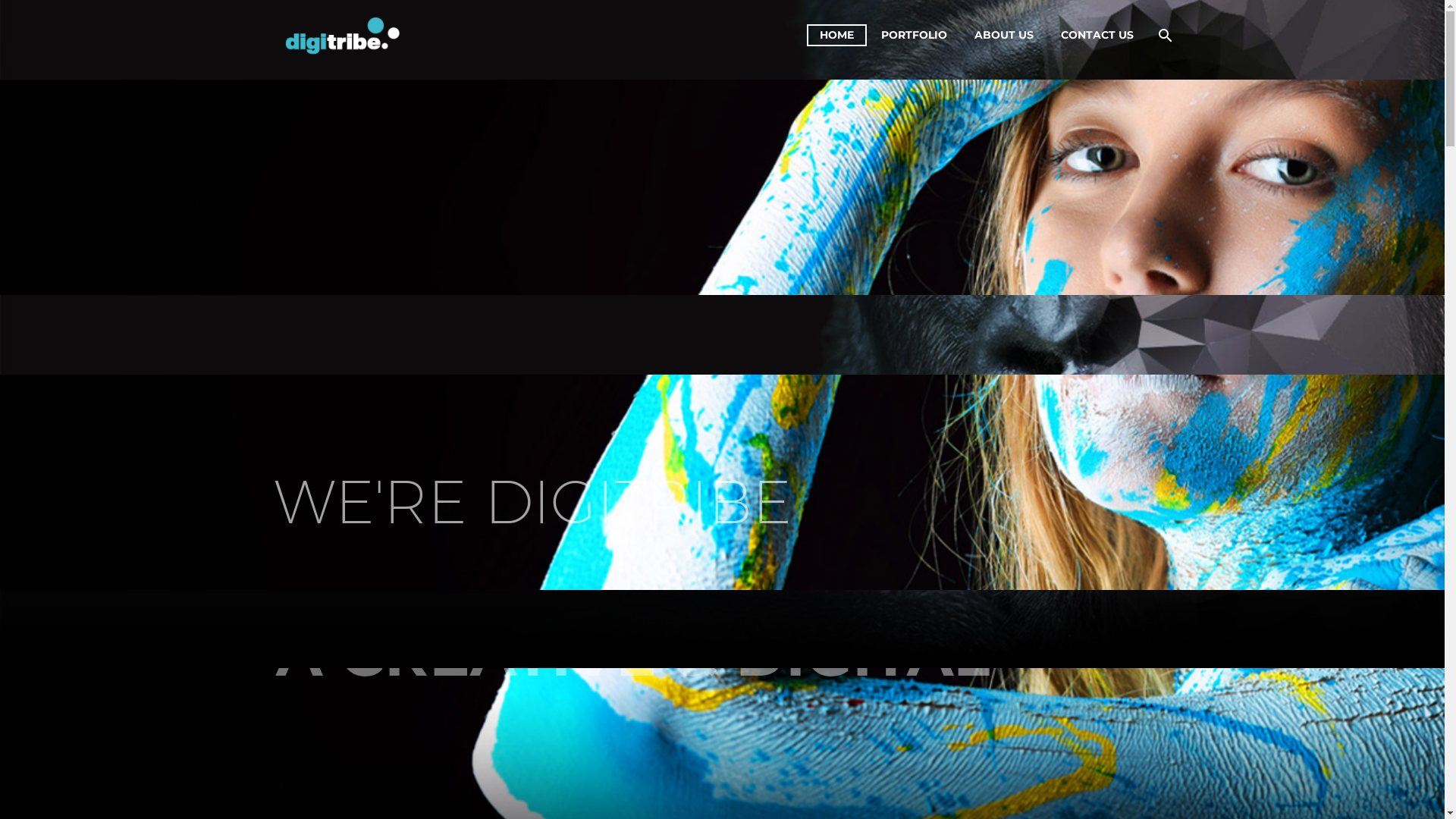 The height and width of the screenshot is (819, 1456). What do you see at coordinates (912, 34) in the screenshot?
I see `'PORTFOLIO'` at bounding box center [912, 34].